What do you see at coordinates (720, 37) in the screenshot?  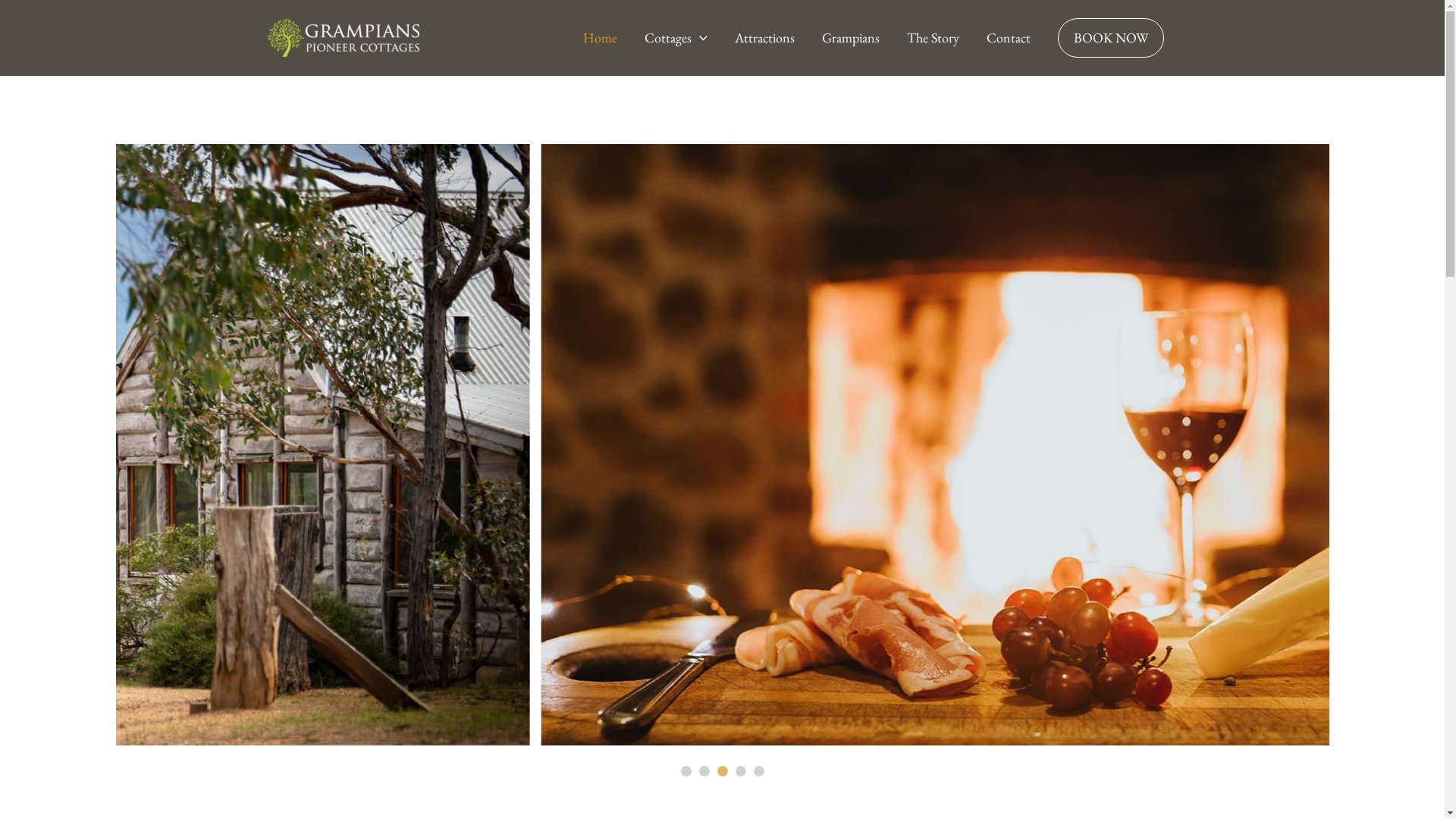 I see `'Attractions'` at bounding box center [720, 37].